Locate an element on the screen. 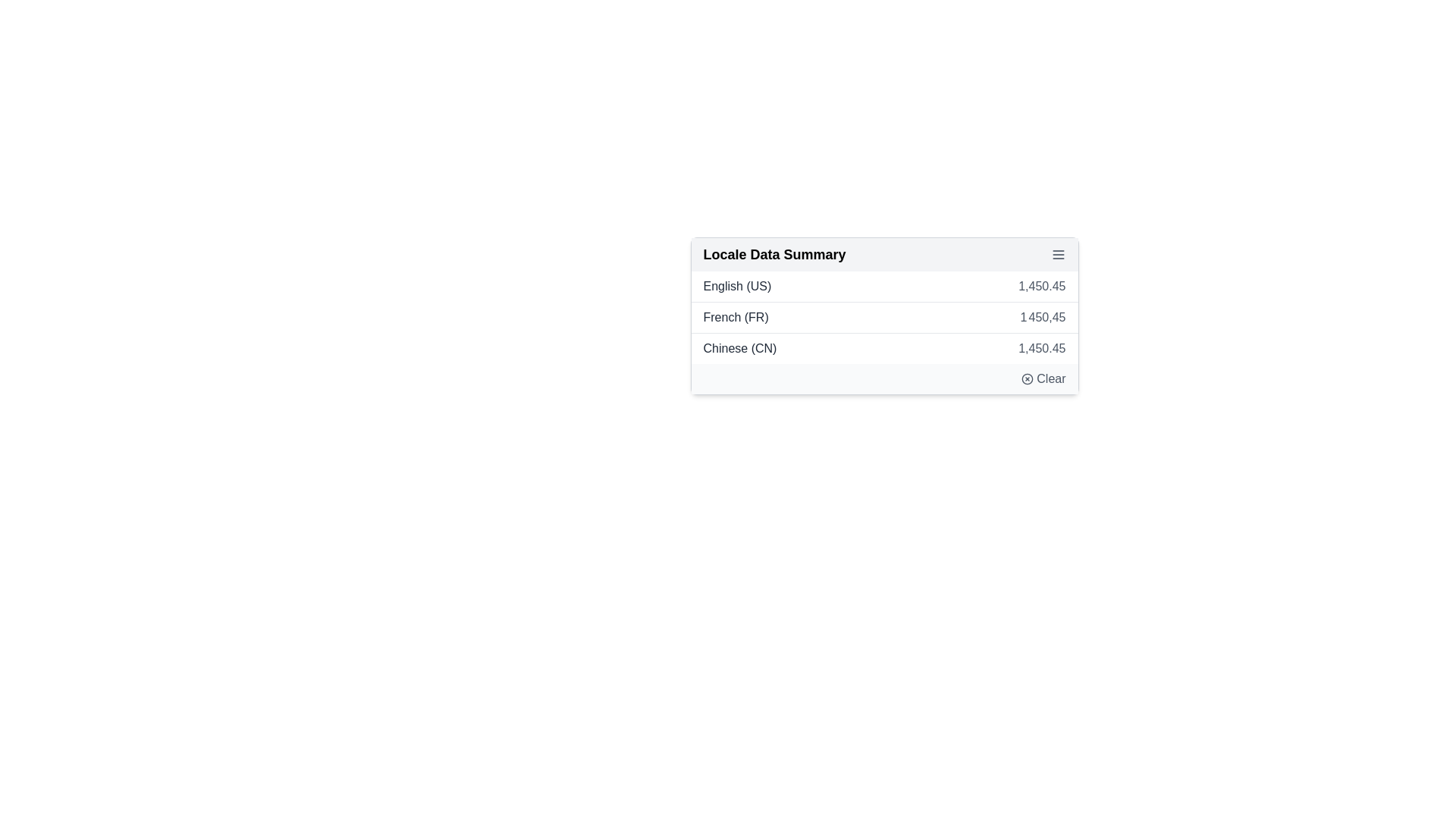 The width and height of the screenshot is (1456, 819). the first row of the list displaying 'English (US)' and '1,450.45' within the 'Locale Data Summary' bordered box is located at coordinates (884, 287).